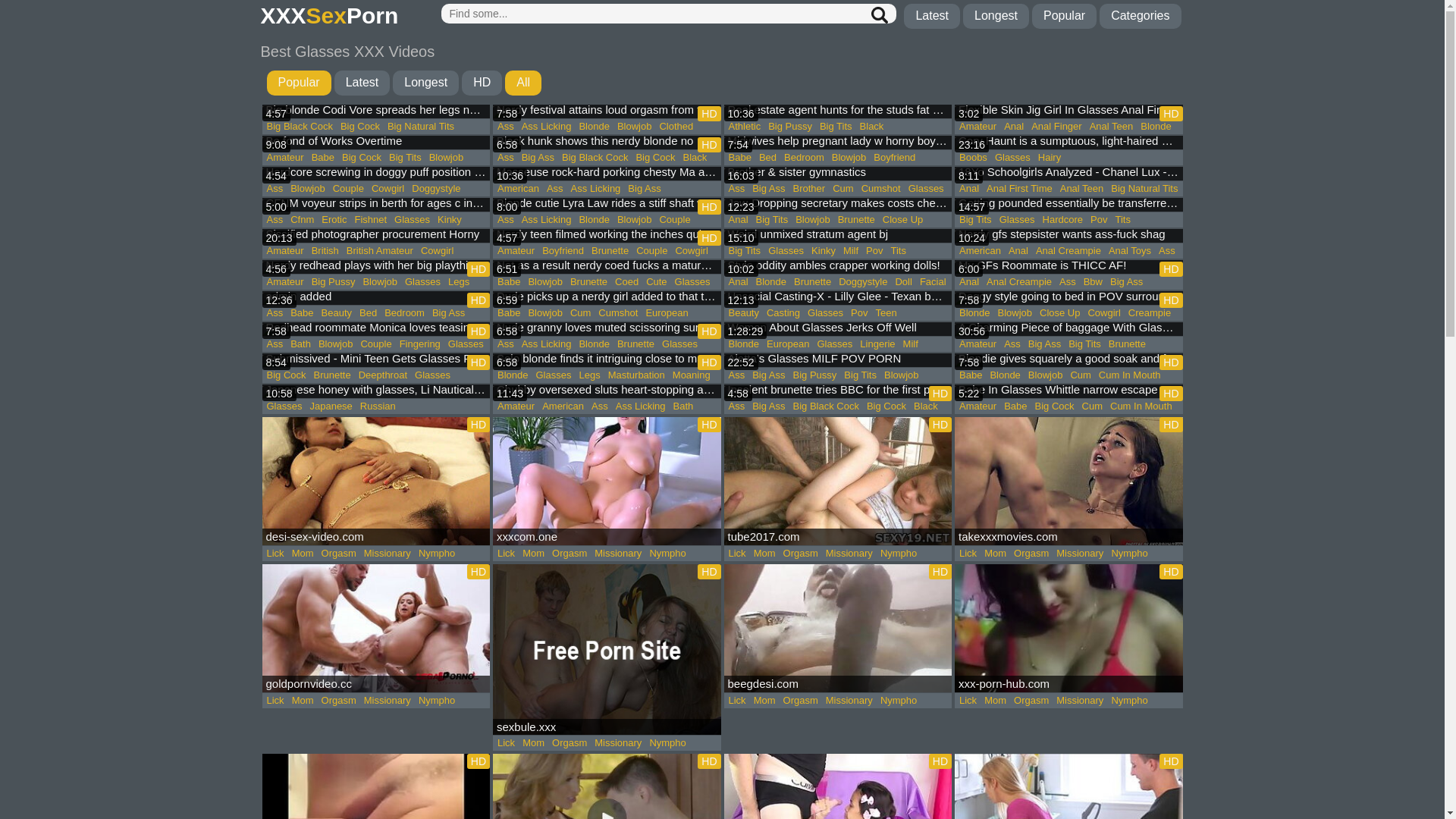 Image resolution: width=1456 pixels, height=819 pixels. Describe the element at coordinates (435, 188) in the screenshot. I see `'Doggystyle'` at that location.